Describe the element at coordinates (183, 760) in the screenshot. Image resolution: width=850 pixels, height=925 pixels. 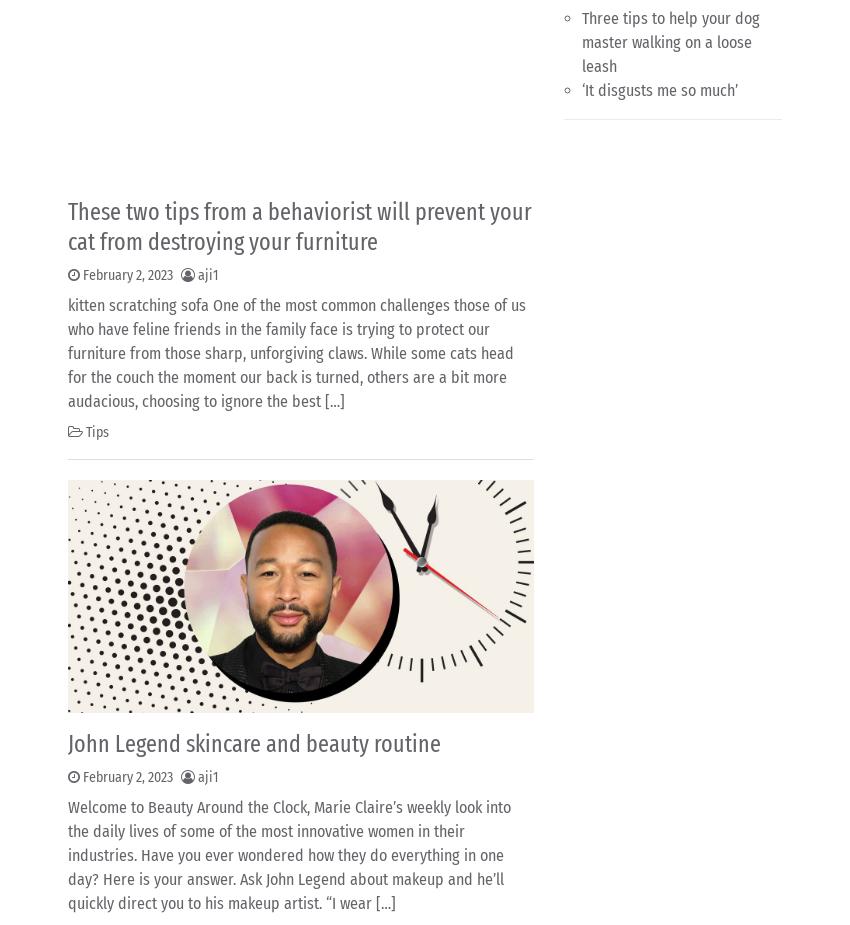
I see `'677'` at that location.